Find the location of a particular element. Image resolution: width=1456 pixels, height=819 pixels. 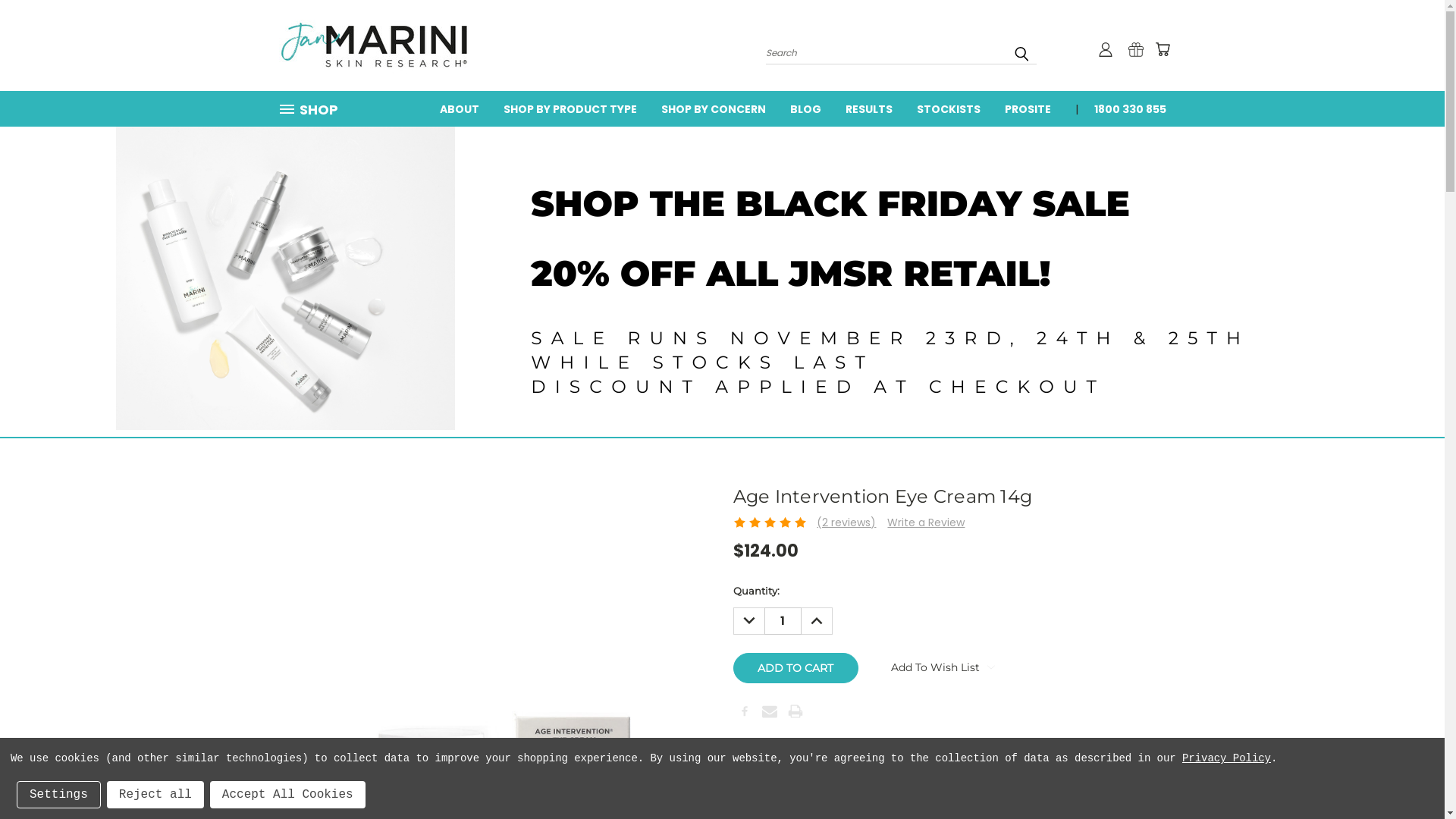

'STOCKISTS' is located at coordinates (903, 107).